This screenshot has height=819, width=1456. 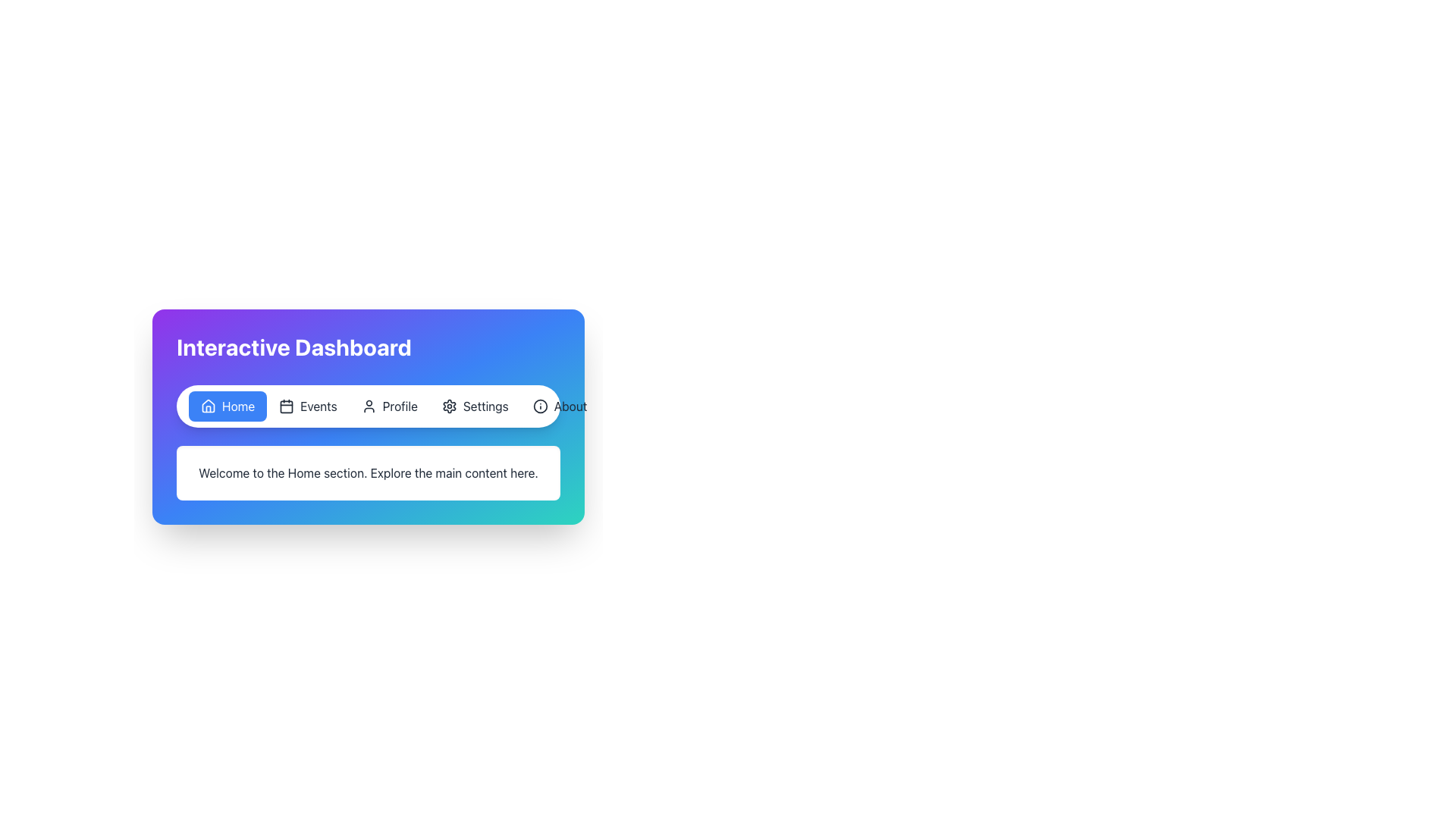 What do you see at coordinates (559, 406) in the screenshot?
I see `the rightmost button in the navigation bar` at bounding box center [559, 406].